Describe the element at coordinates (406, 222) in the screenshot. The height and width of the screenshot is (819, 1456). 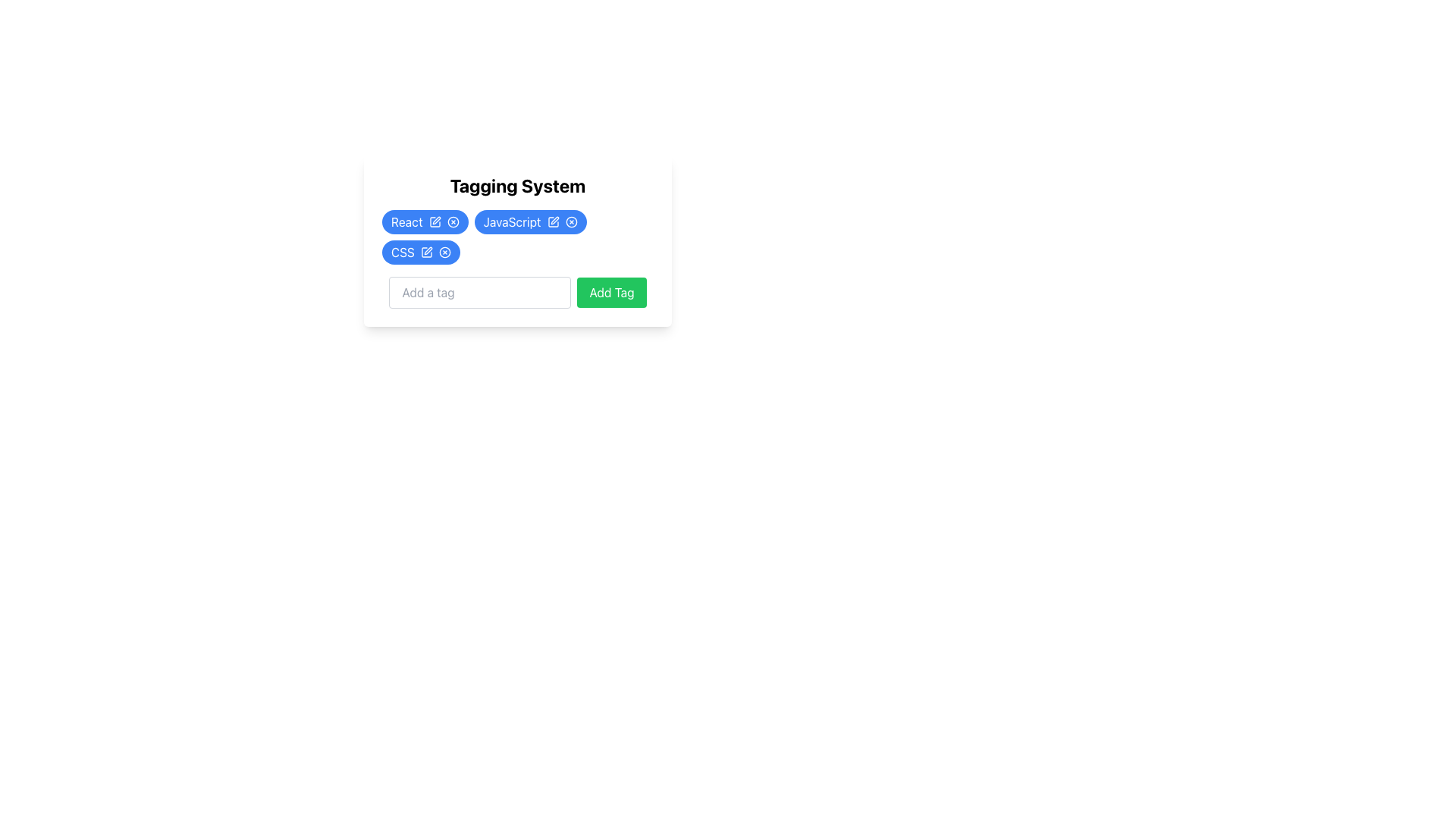
I see `the 'React' text label in the tagging interface, which is the first tag in the row` at that location.